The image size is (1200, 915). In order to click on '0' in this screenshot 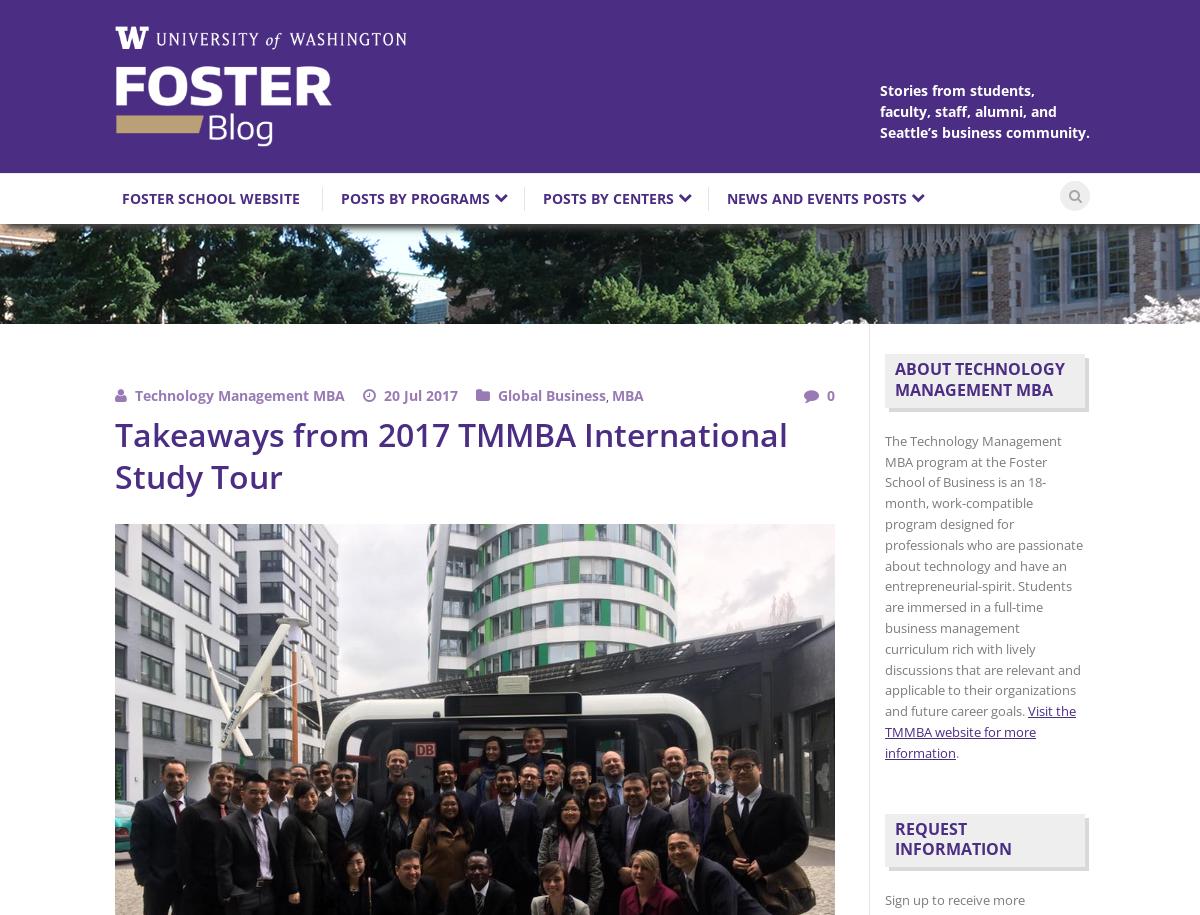, I will do `click(830, 394)`.